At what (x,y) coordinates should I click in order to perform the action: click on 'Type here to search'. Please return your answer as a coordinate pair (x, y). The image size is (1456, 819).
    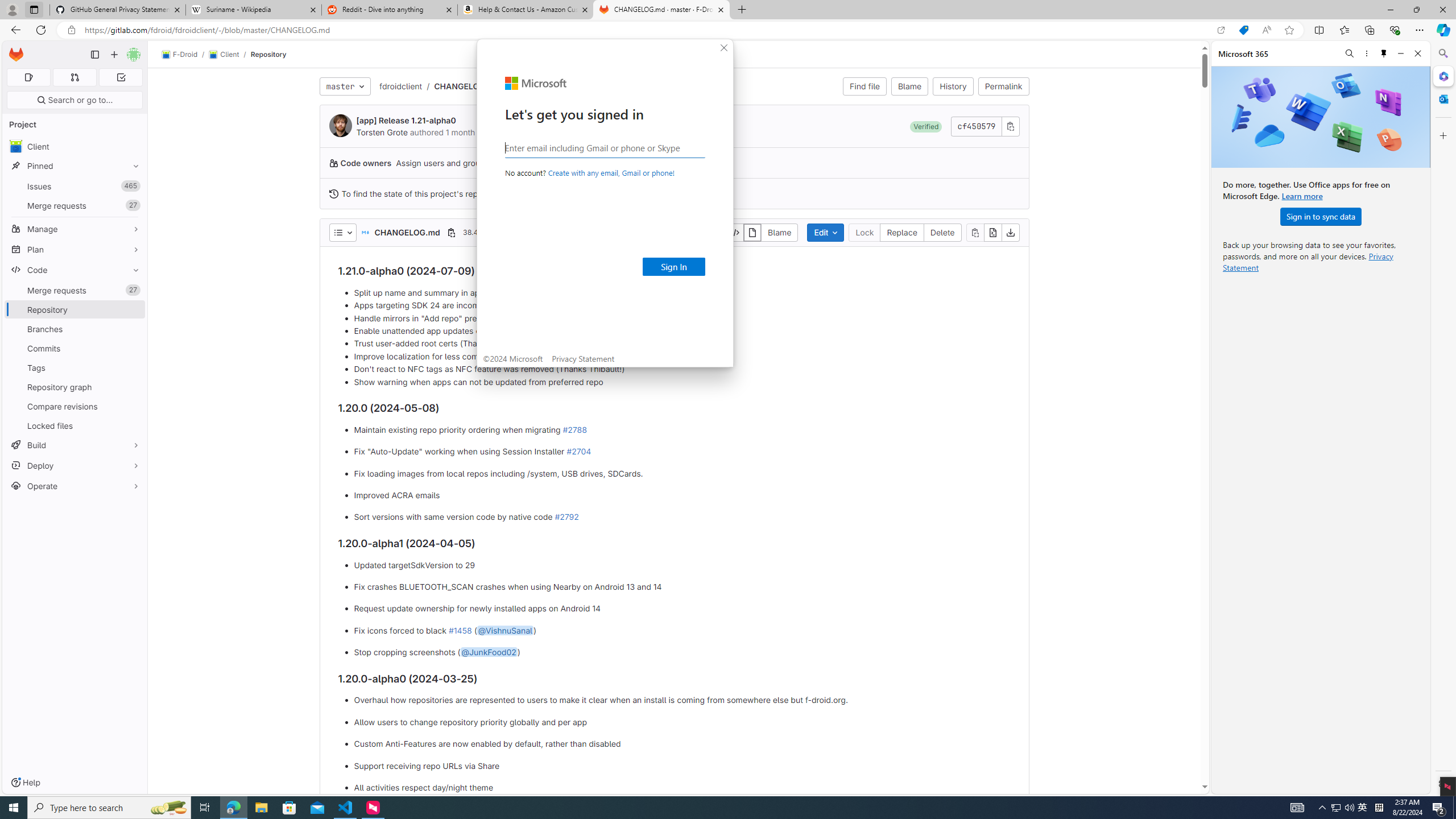
    Looking at the image, I should click on (109, 806).